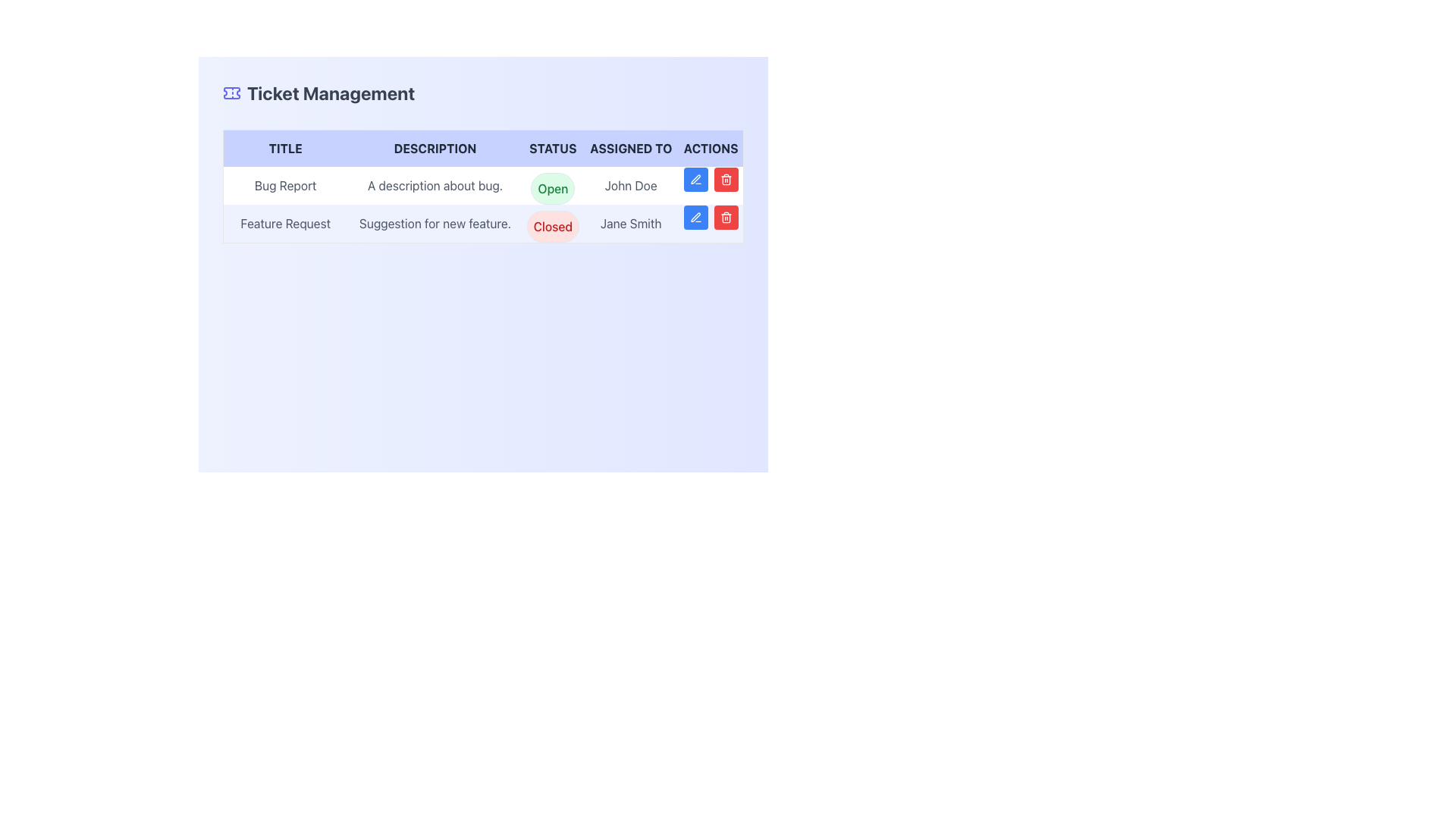 Image resolution: width=1456 pixels, height=819 pixels. I want to click on the Status pill labeled 'Closed' which is a pill-shaped label with a light red background and rounded edges, located in the second row of the table under the 'STATUS' column, so click(552, 226).